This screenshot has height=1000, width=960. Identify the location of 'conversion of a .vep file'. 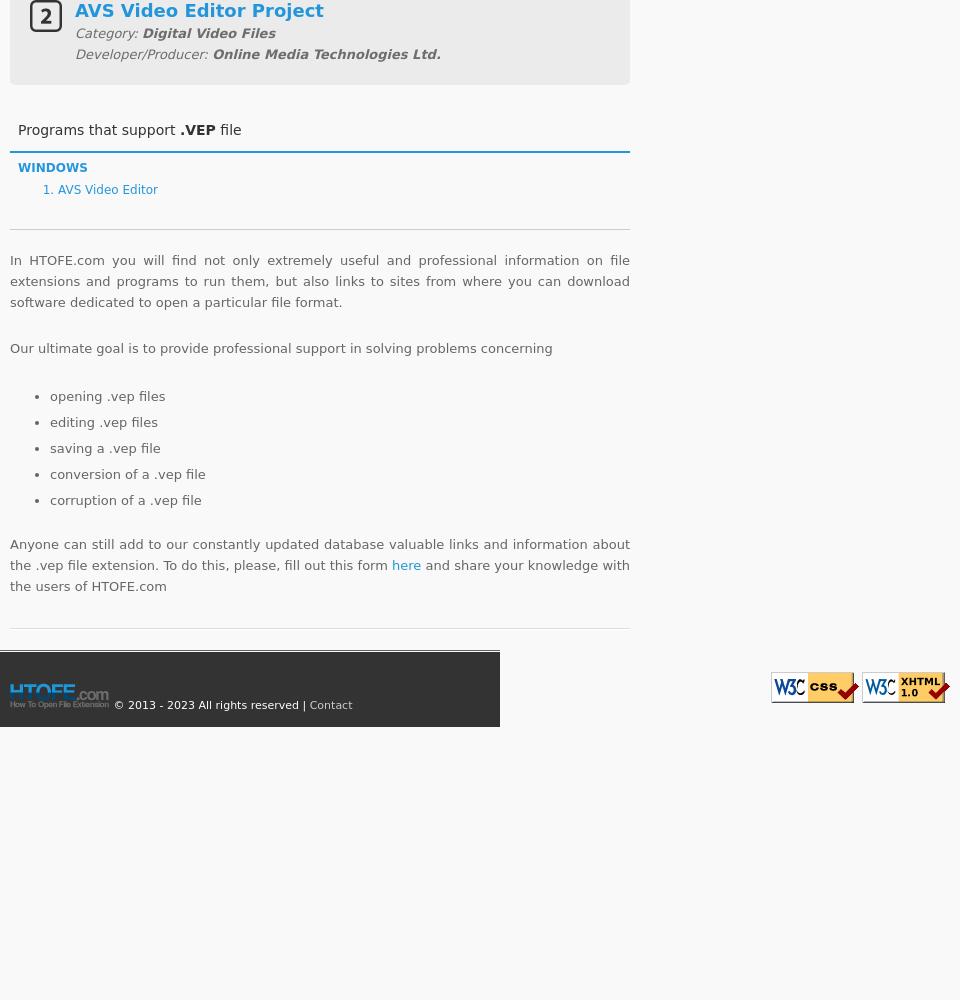
(126, 472).